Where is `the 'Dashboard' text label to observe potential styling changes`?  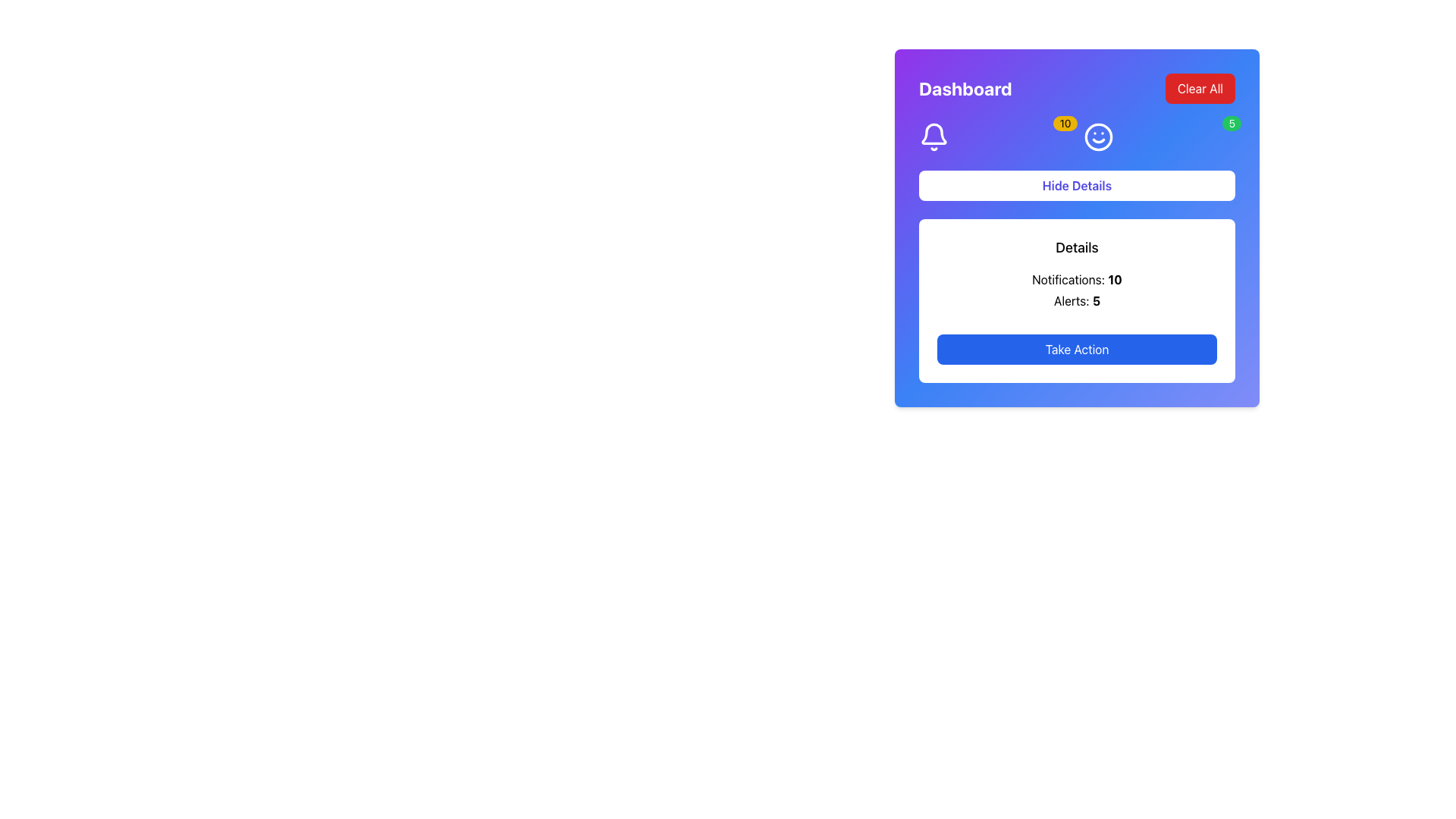
the 'Dashboard' text label to observe potential styling changes is located at coordinates (965, 88).